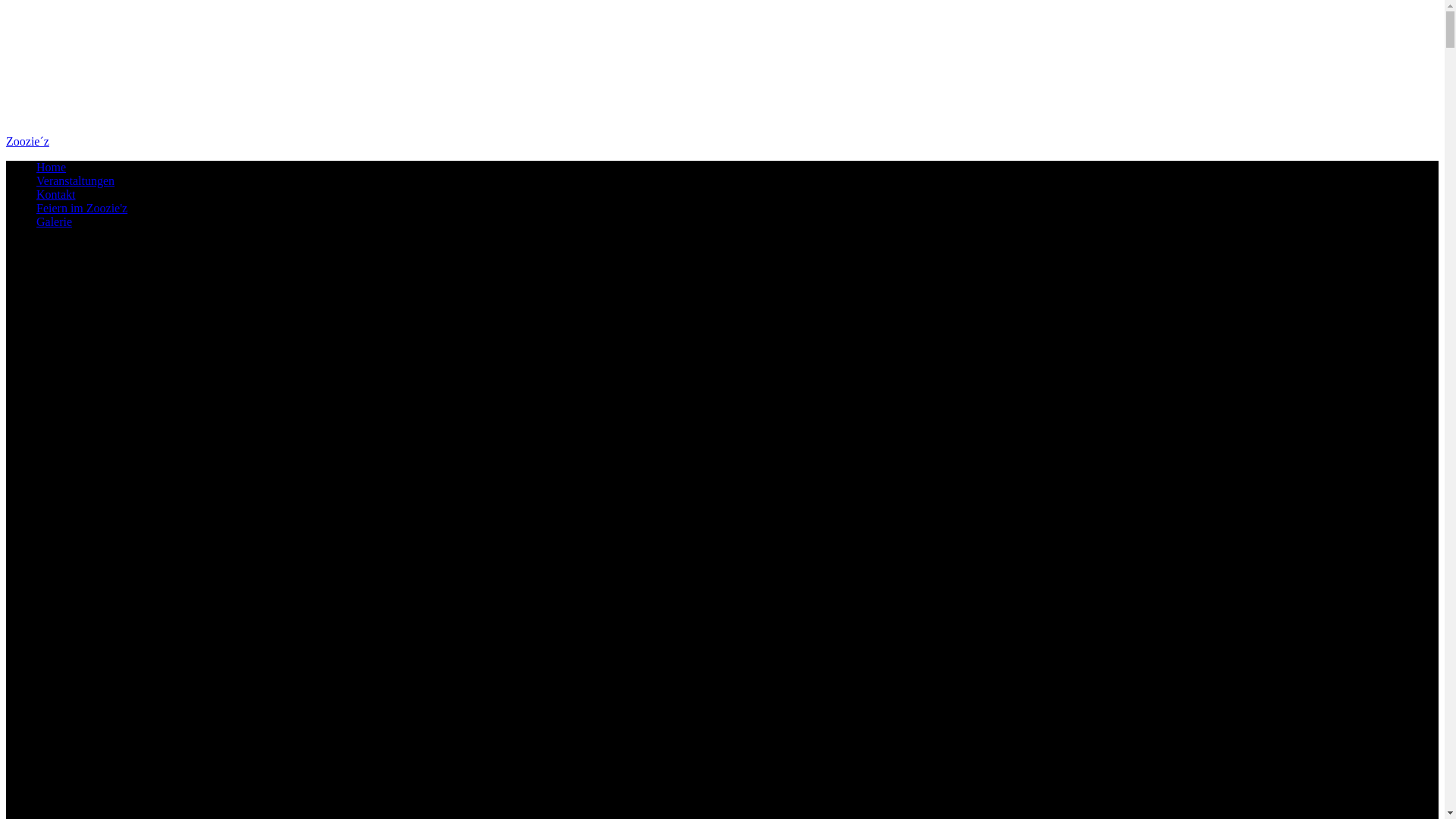 This screenshot has height=819, width=1456. I want to click on 'Kontakt', so click(55, 193).